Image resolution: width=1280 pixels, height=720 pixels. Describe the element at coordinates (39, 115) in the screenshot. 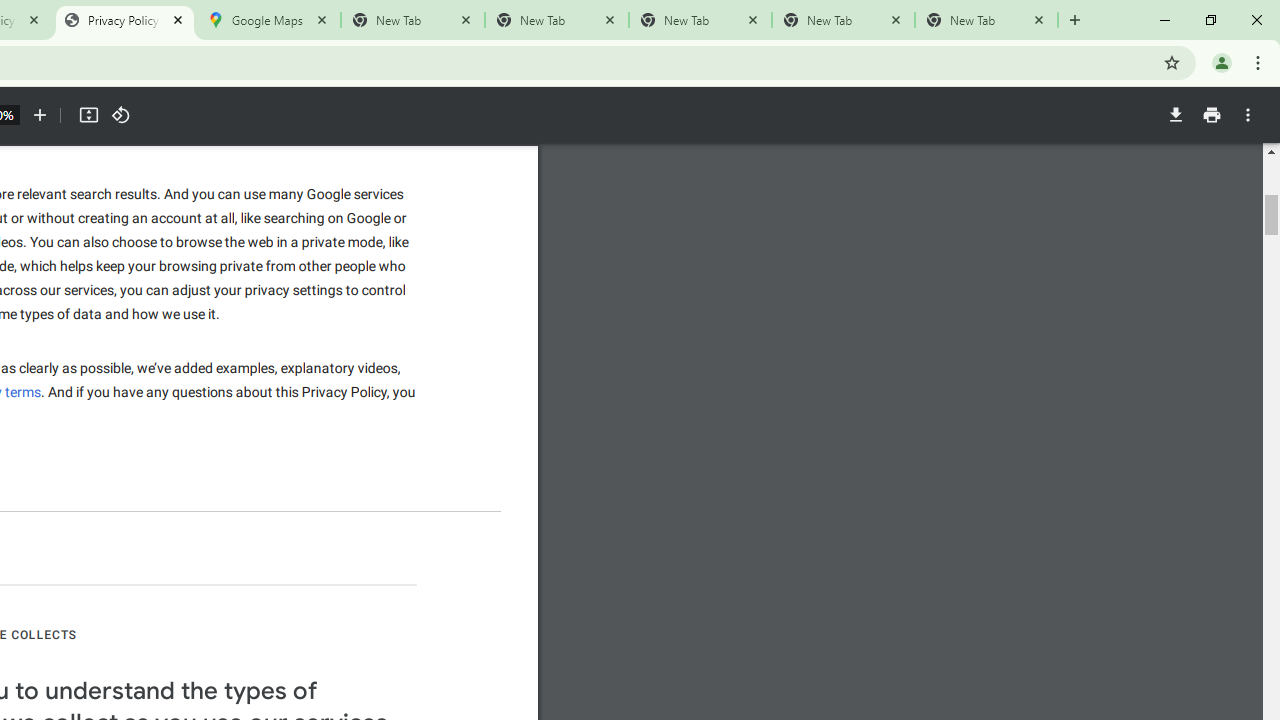

I see `'Zoom in'` at that location.